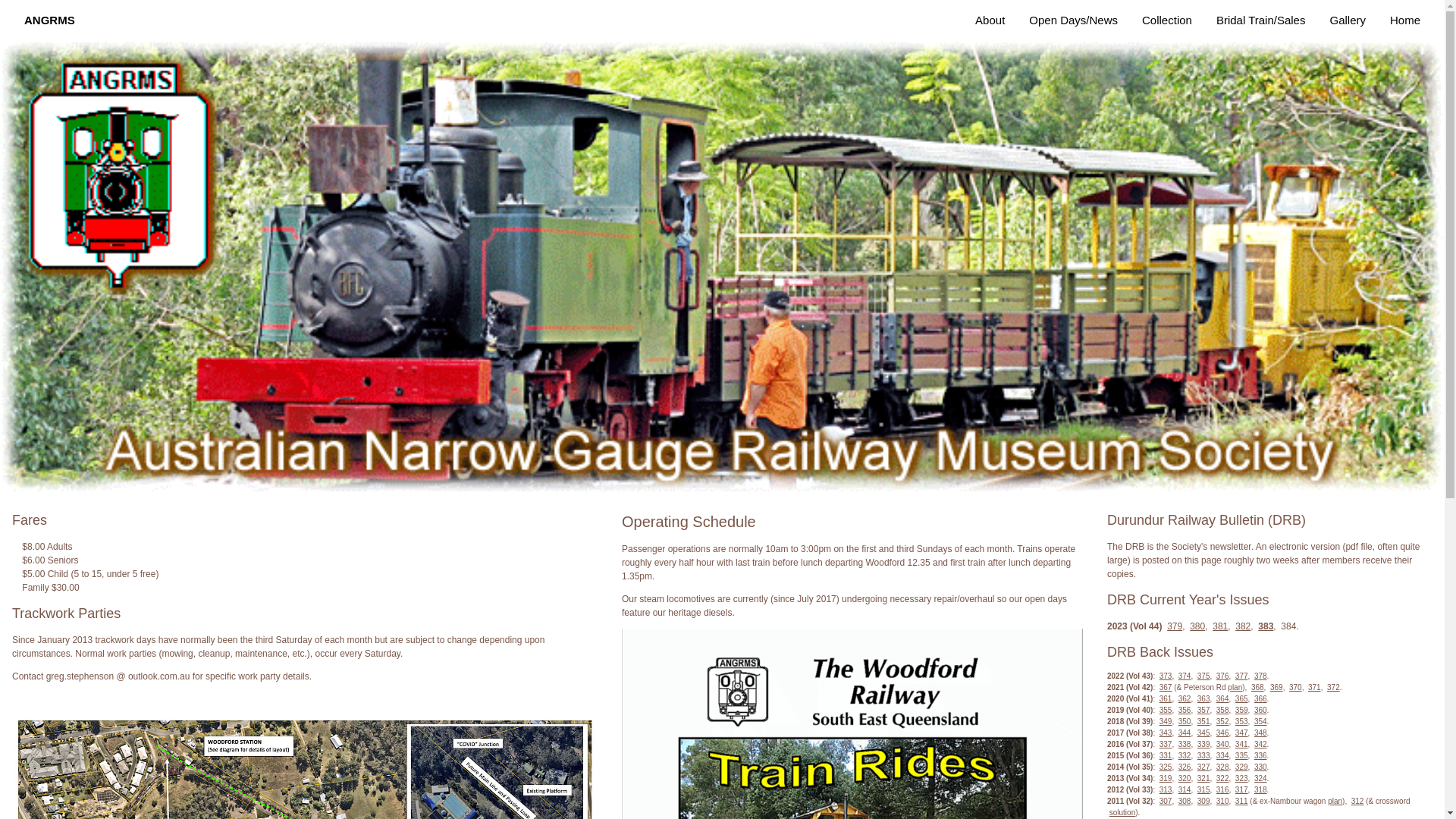 This screenshot has height=819, width=1456. Describe the element at coordinates (1159, 710) in the screenshot. I see `'355'` at that location.